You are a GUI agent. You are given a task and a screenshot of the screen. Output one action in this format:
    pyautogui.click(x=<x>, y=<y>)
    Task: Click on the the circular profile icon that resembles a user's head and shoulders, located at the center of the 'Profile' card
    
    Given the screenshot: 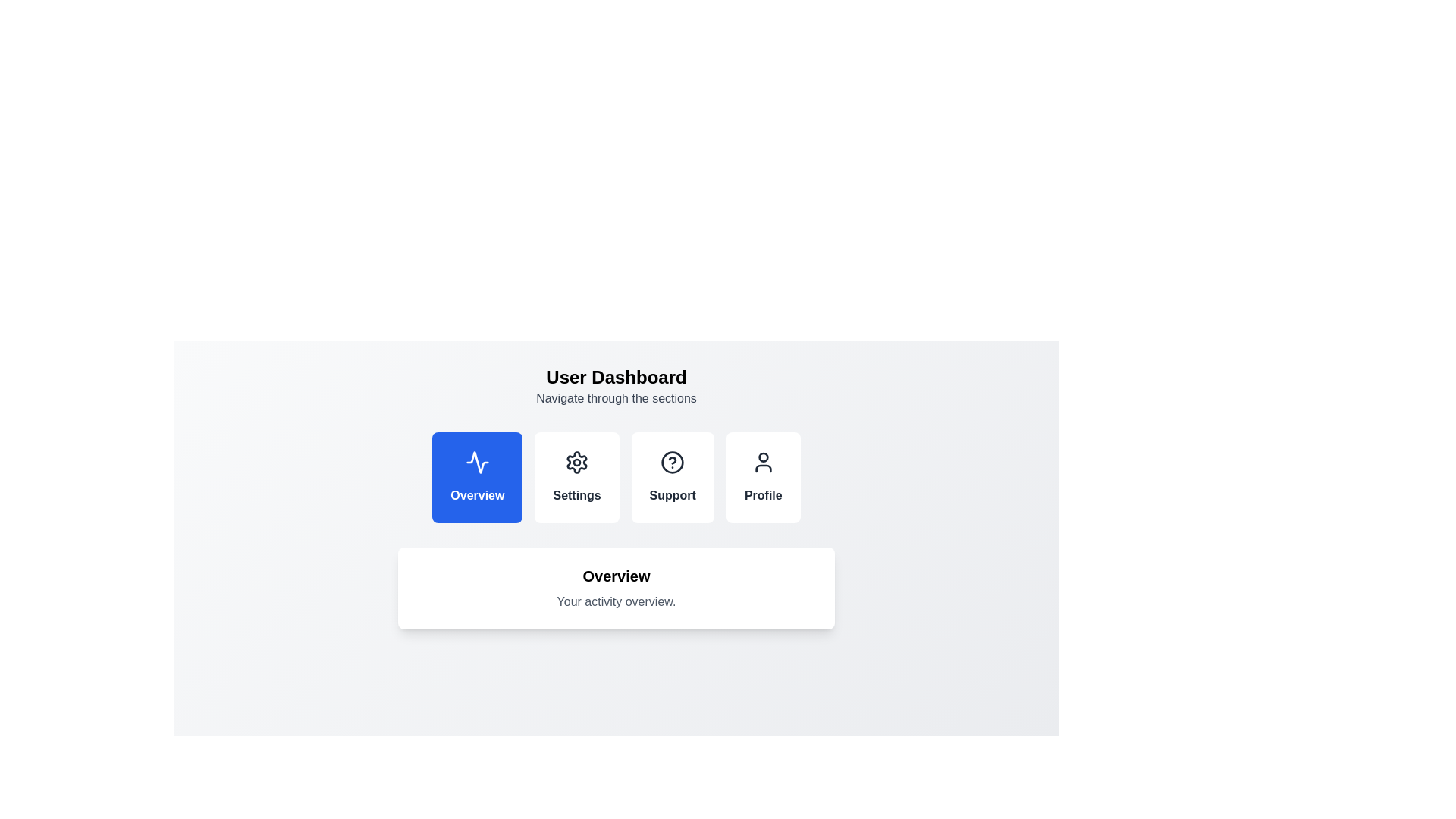 What is the action you would take?
    pyautogui.click(x=763, y=461)
    